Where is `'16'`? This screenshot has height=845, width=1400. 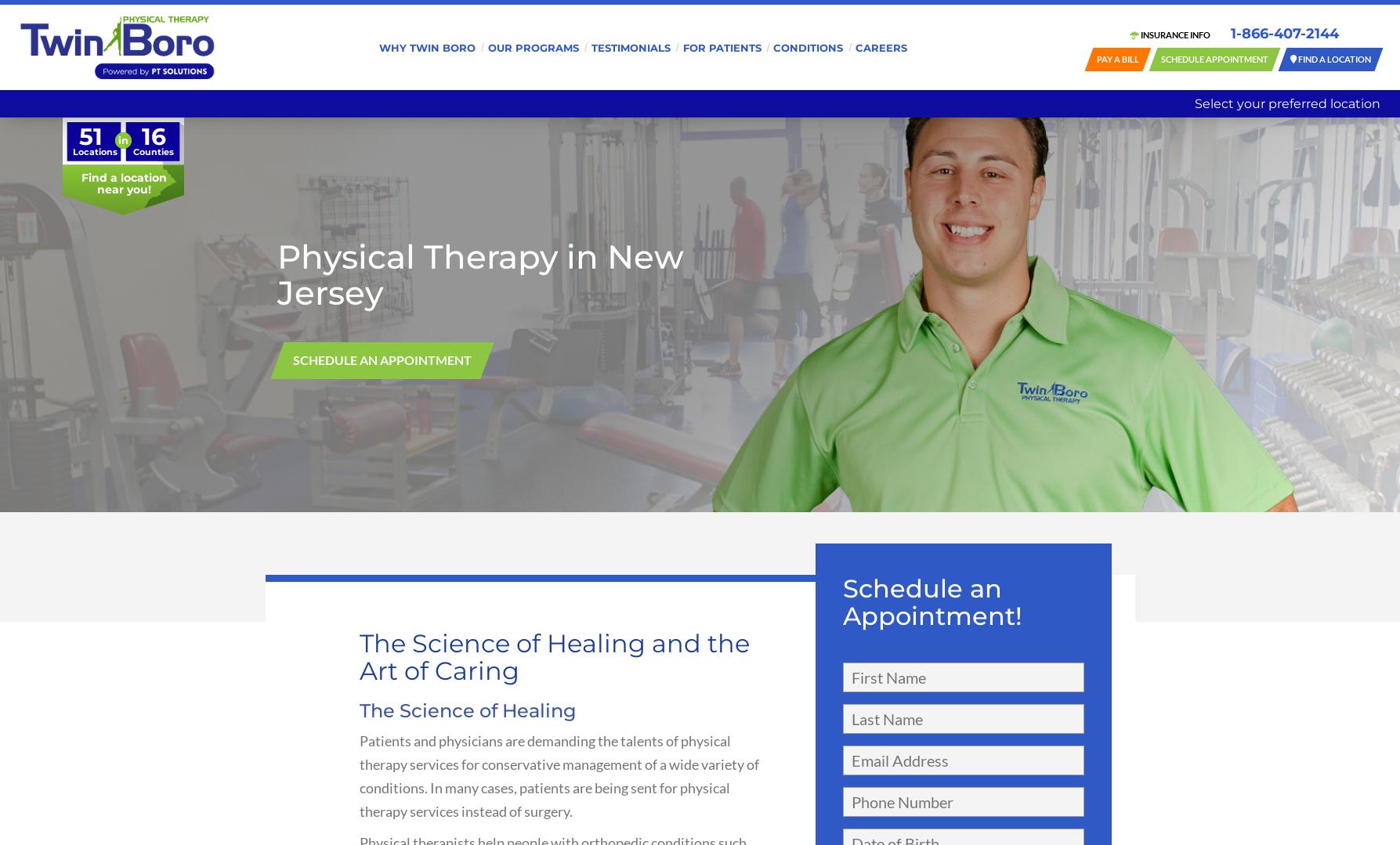 '16' is located at coordinates (153, 136).